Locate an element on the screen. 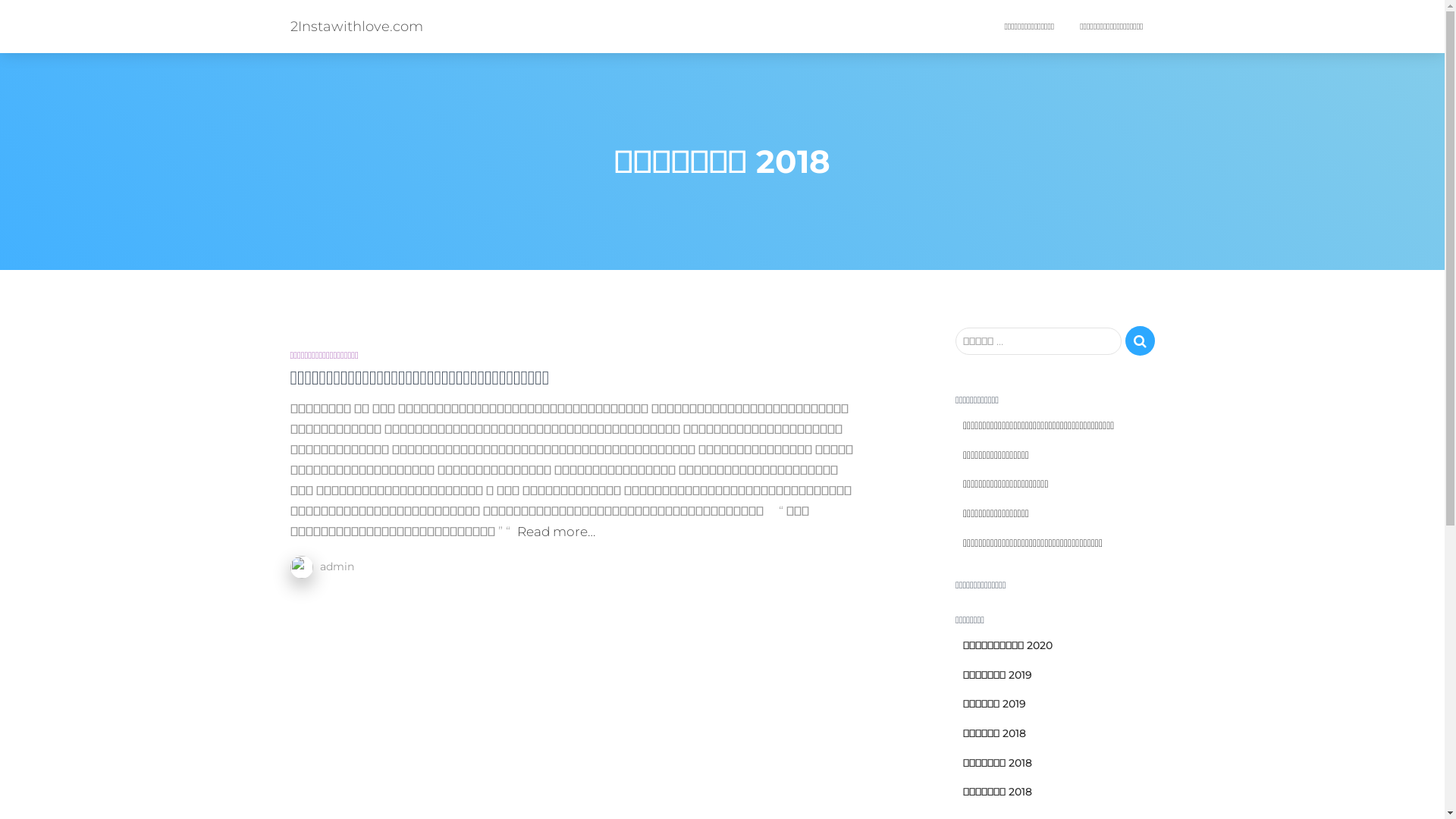  '2Instawithlove.com' is located at coordinates (355, 26).